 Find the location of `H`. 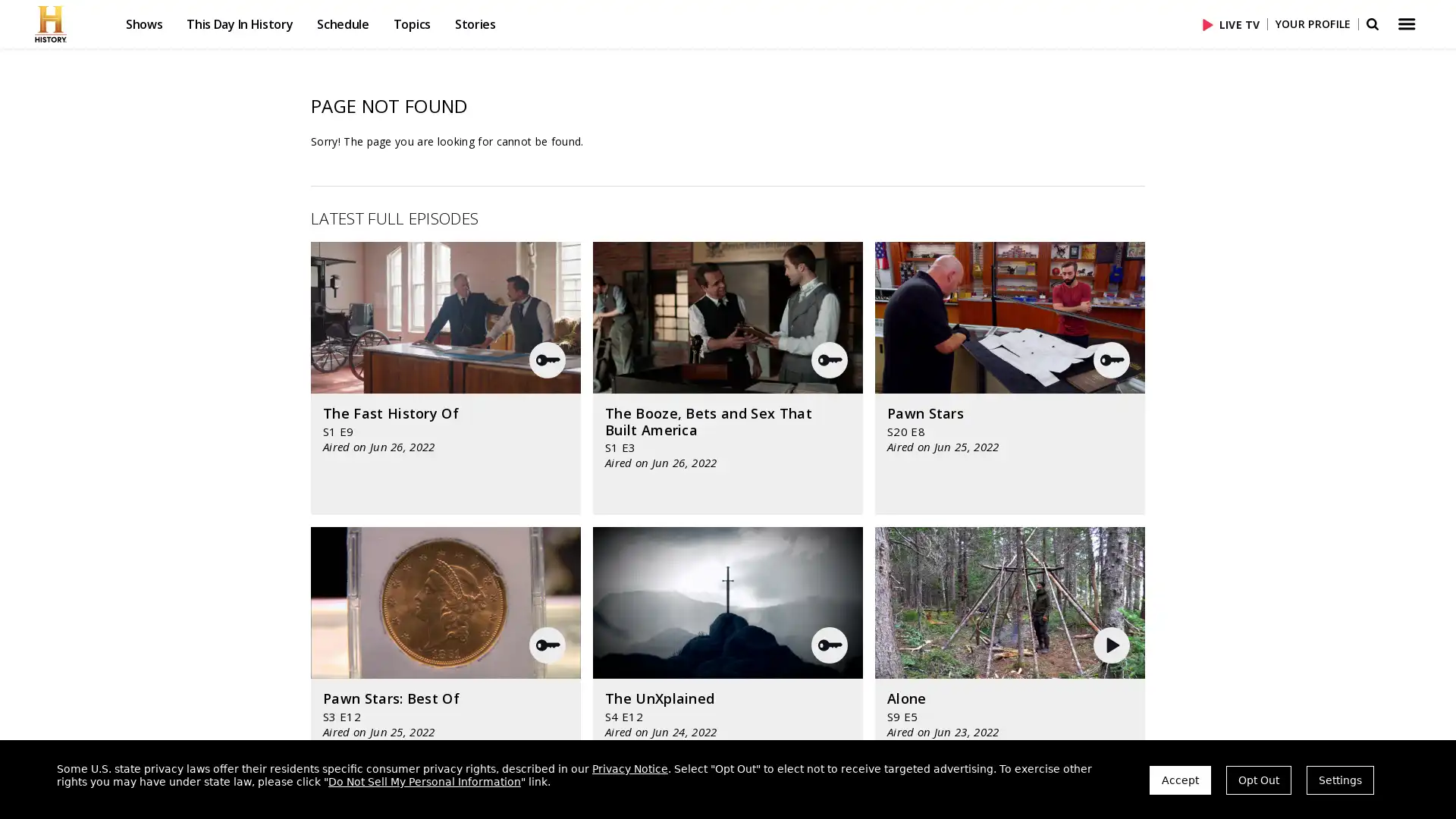

H is located at coordinates (1112, 645).